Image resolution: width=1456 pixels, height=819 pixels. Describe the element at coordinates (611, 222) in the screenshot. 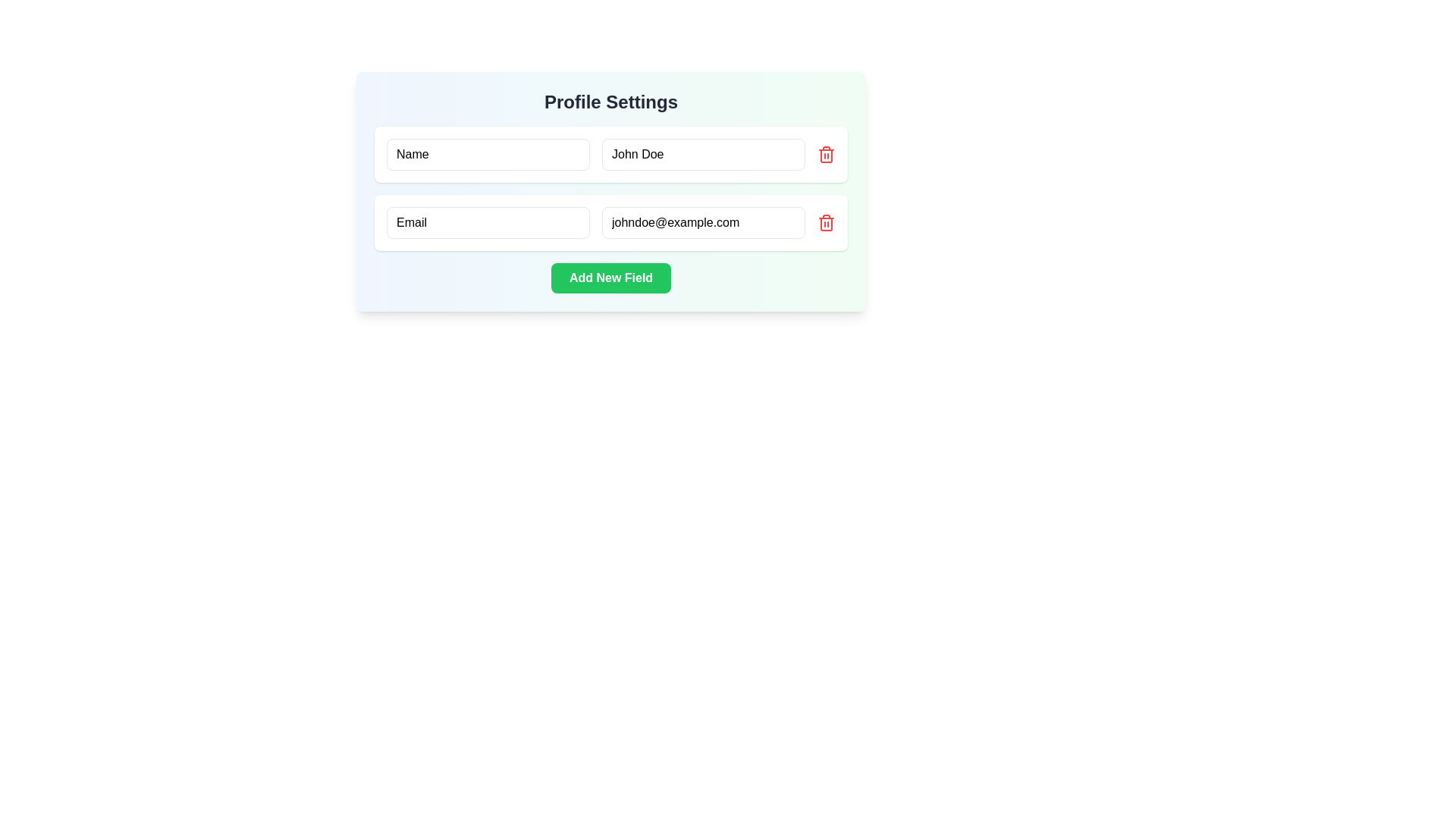

I see `the 'Email' text field within the Composite element that contains two text fields and a red trash icon` at that location.